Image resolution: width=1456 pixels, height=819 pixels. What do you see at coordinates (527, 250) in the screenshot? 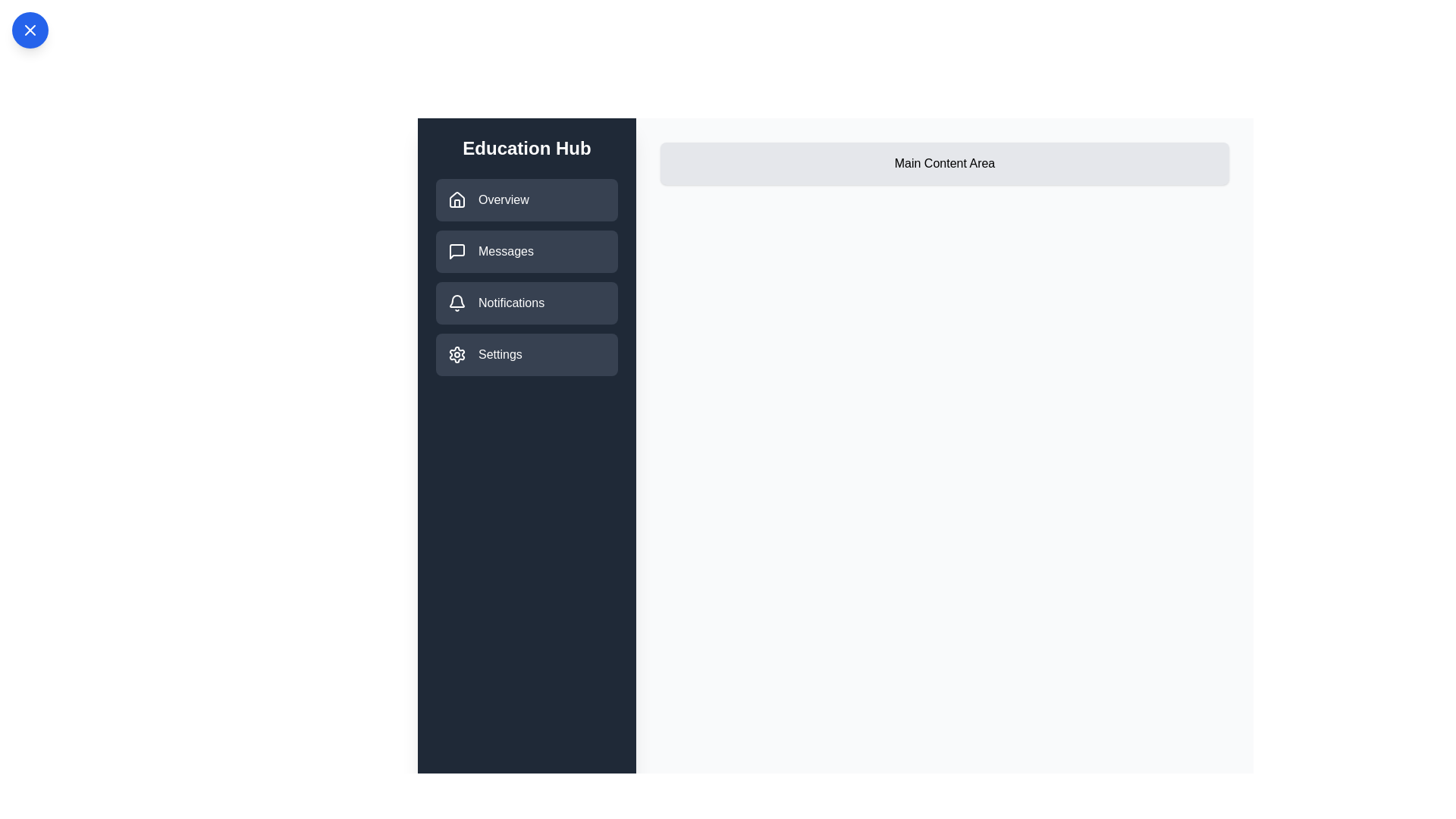
I see `the Messages section from the drawer` at bounding box center [527, 250].